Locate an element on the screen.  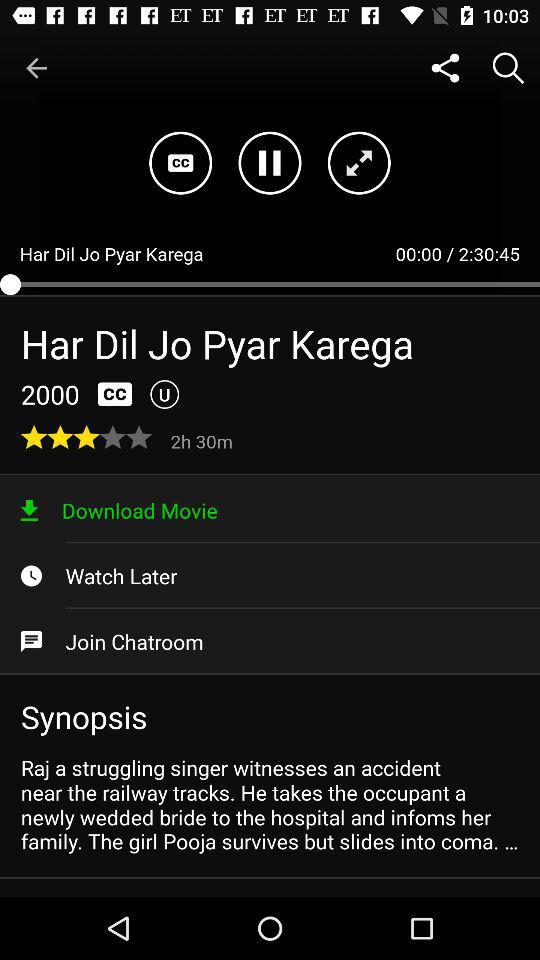
item below the synopsis is located at coordinates (270, 804).